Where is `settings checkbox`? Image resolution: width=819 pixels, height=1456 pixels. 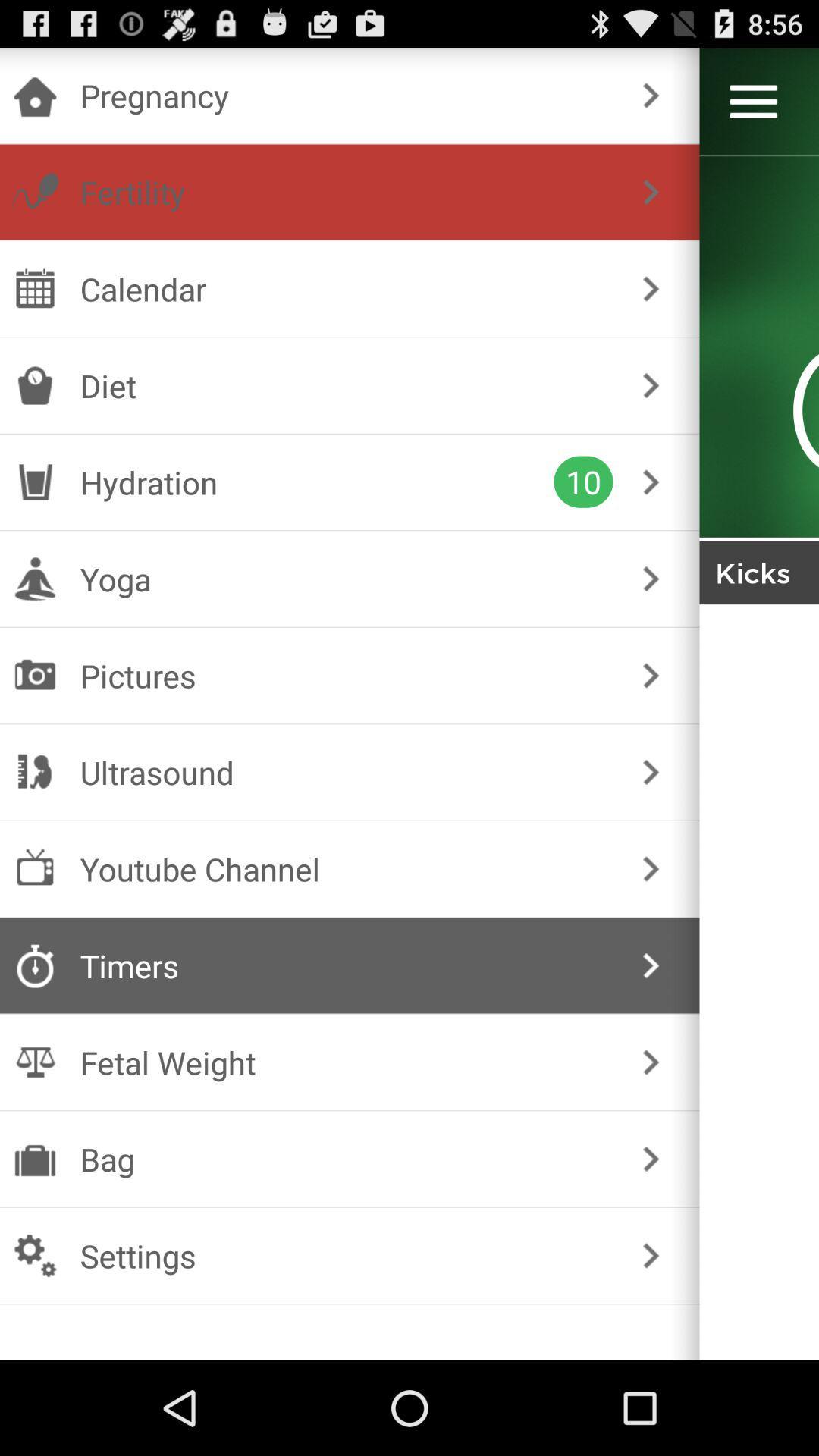 settings checkbox is located at coordinates (347, 1256).